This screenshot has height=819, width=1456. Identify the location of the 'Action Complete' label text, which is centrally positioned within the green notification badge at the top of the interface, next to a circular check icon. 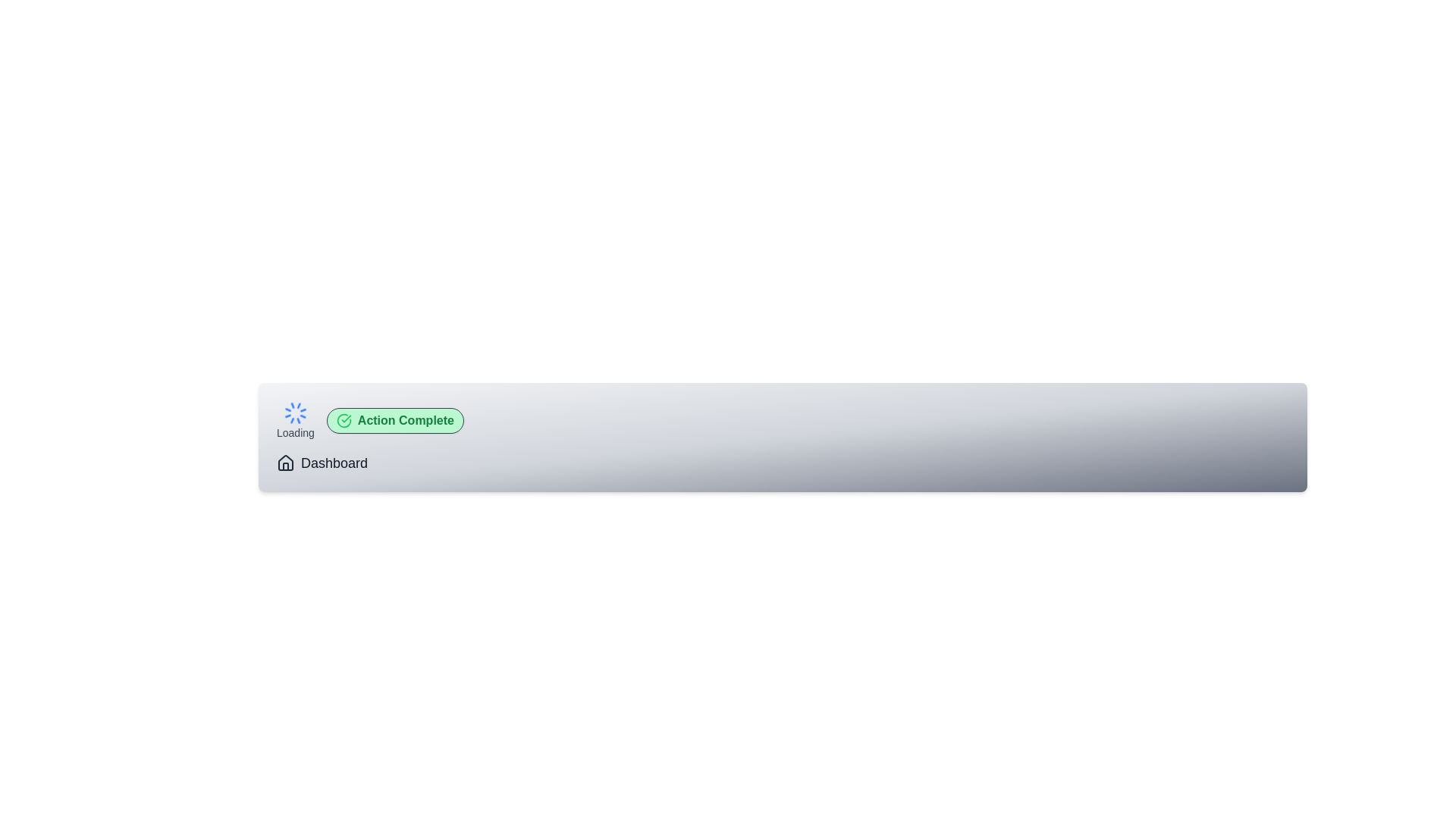
(406, 421).